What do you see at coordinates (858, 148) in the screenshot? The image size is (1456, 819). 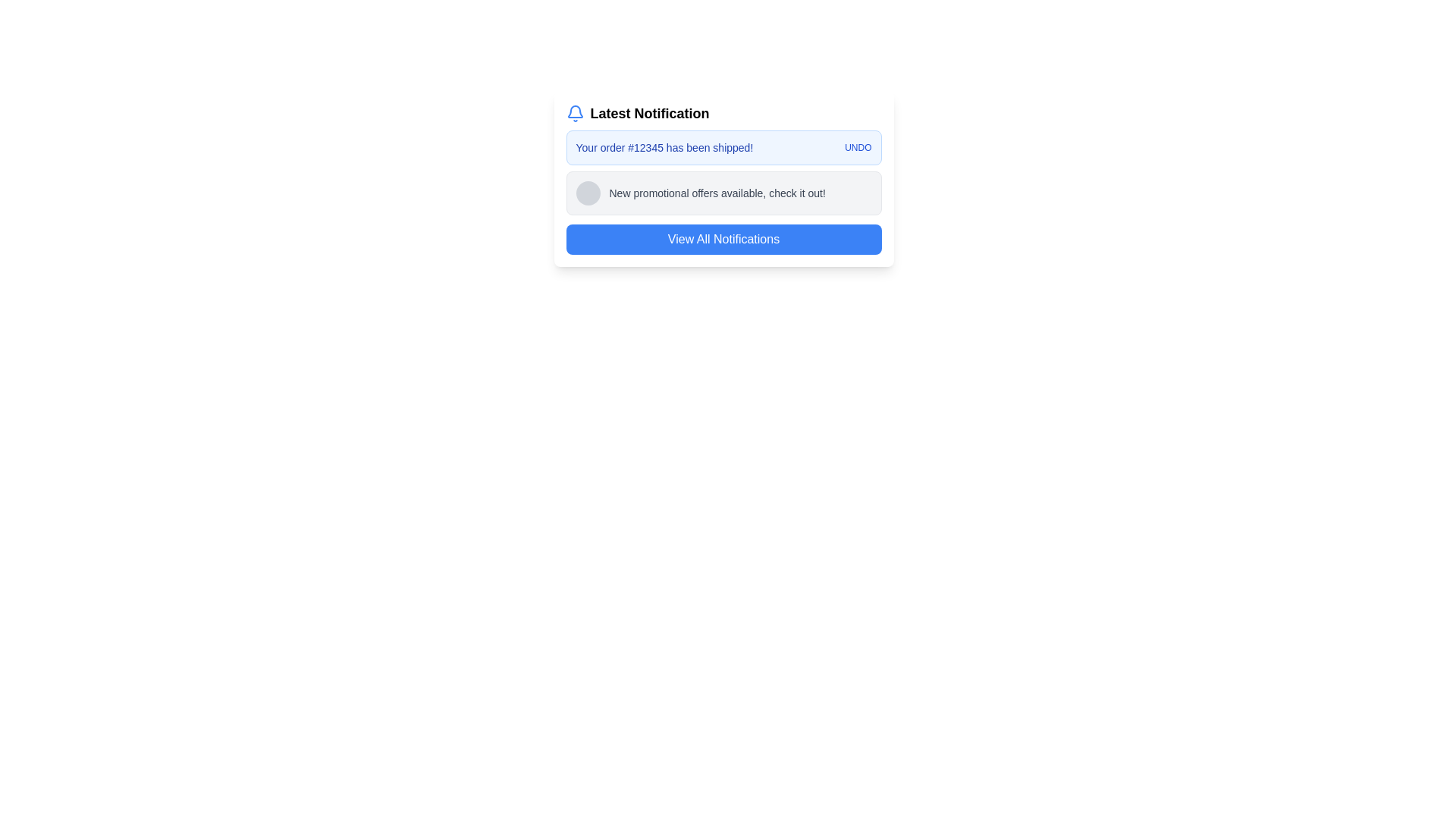 I see `the blue 'UNDO' button located at the far right of the notification message 'Your order #12345 has been shipped!'` at bounding box center [858, 148].